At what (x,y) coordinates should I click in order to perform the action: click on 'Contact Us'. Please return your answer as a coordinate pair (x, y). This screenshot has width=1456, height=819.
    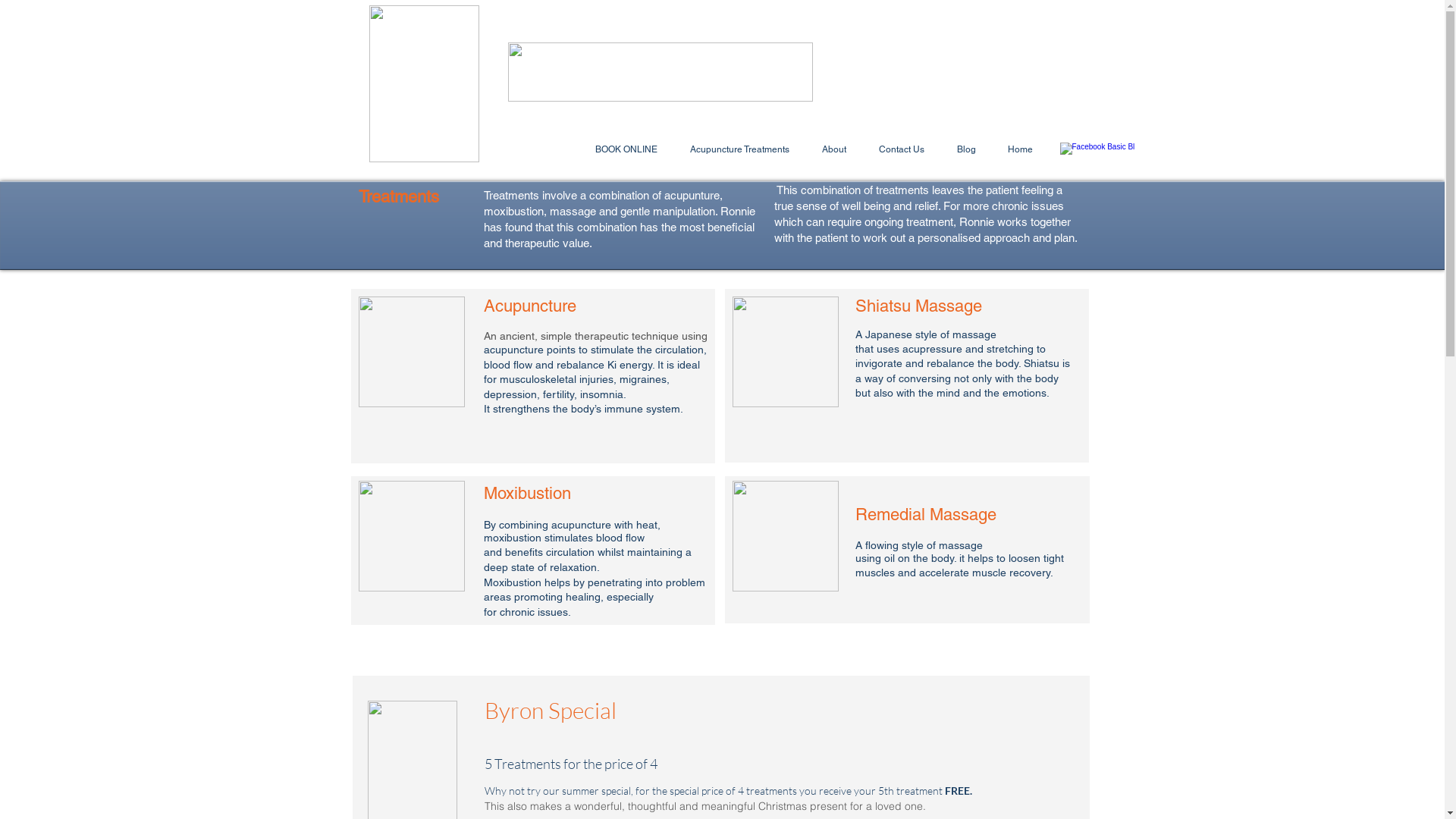
    Looking at the image, I should click on (902, 149).